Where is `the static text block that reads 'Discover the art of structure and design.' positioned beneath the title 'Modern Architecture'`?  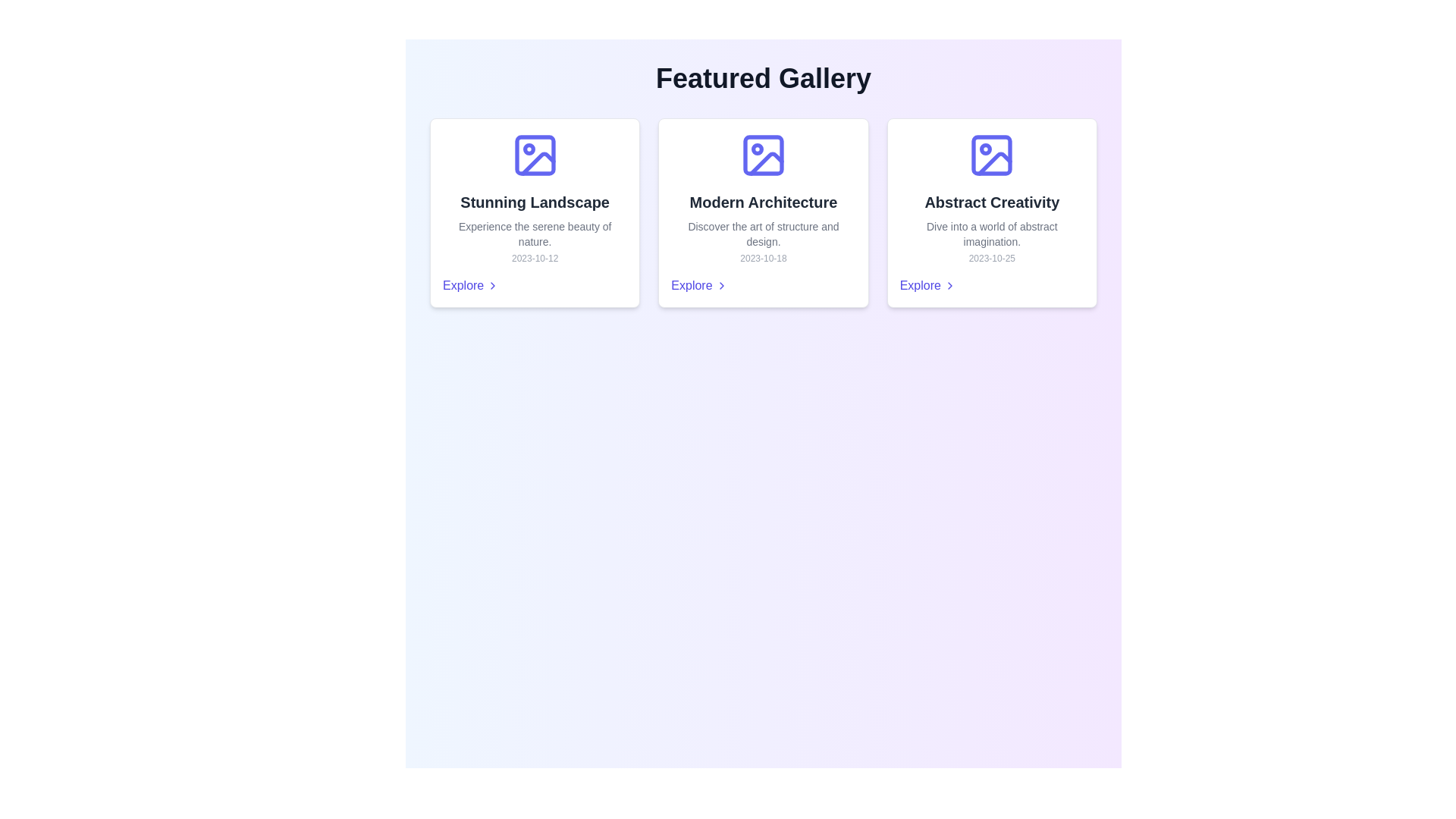 the static text block that reads 'Discover the art of structure and design.' positioned beneath the title 'Modern Architecture' is located at coordinates (764, 234).